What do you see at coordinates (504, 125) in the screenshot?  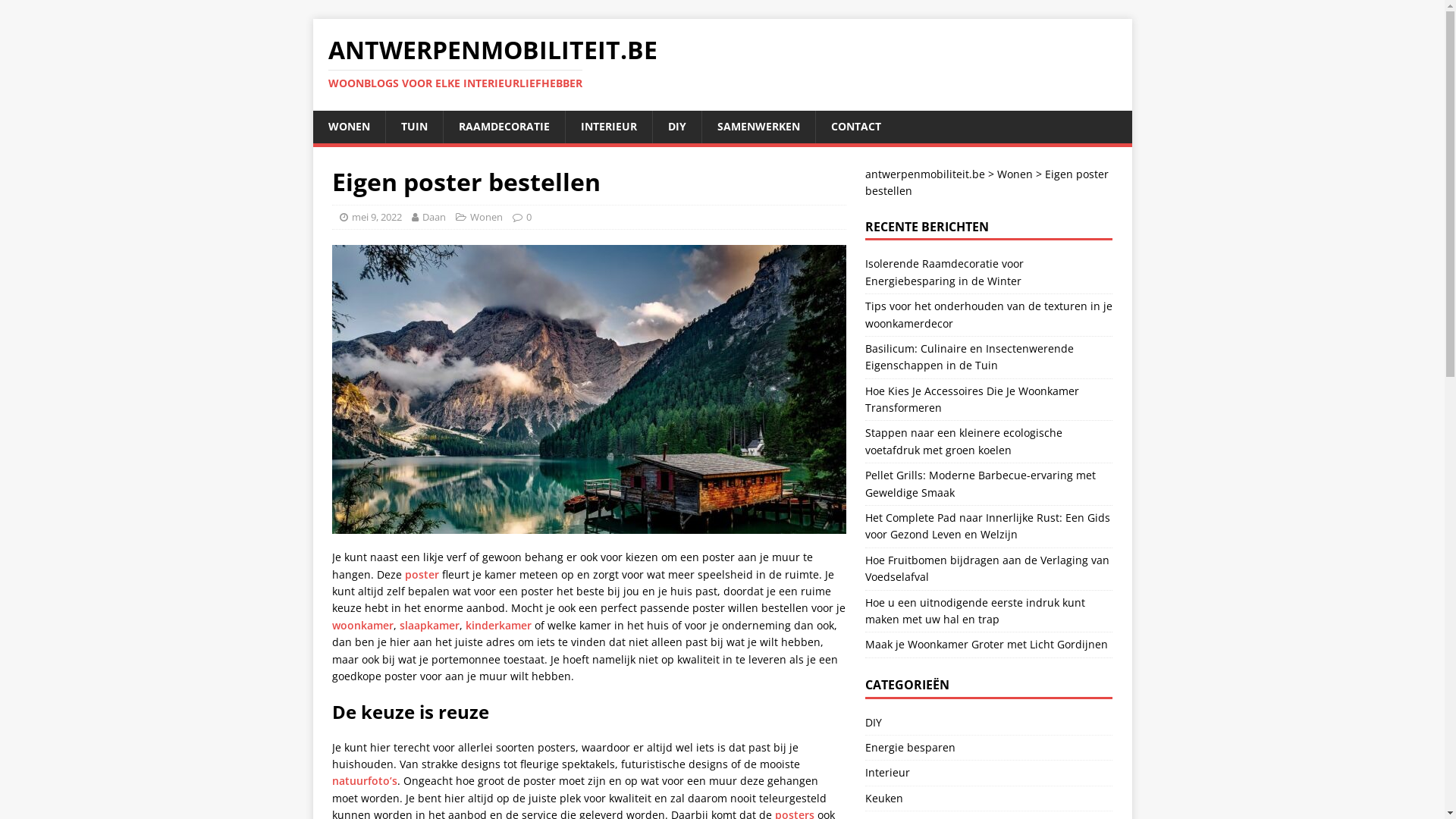 I see `'RAAMDECORATIE'` at bounding box center [504, 125].